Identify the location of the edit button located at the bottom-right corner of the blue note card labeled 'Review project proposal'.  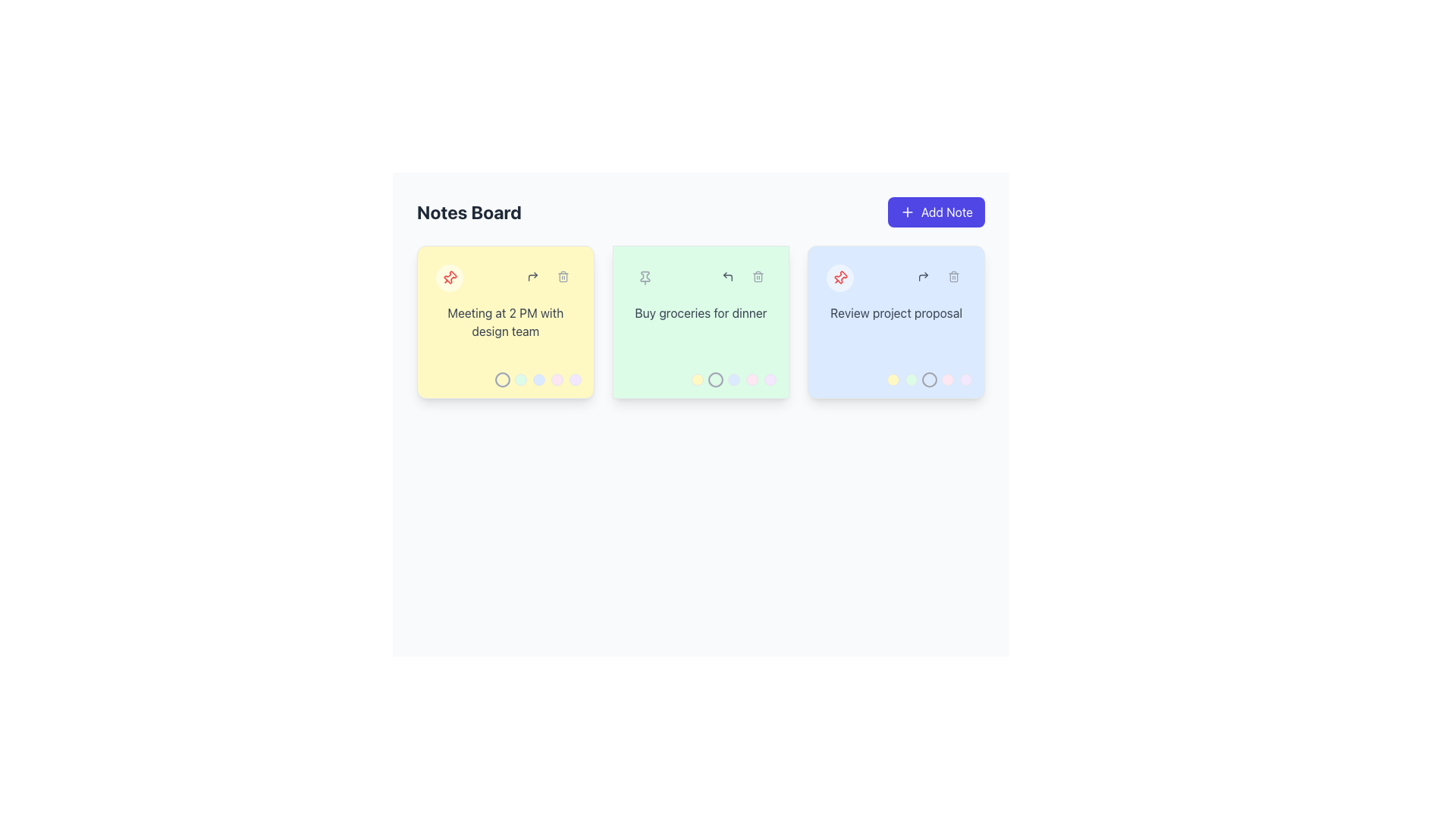
(959, 315).